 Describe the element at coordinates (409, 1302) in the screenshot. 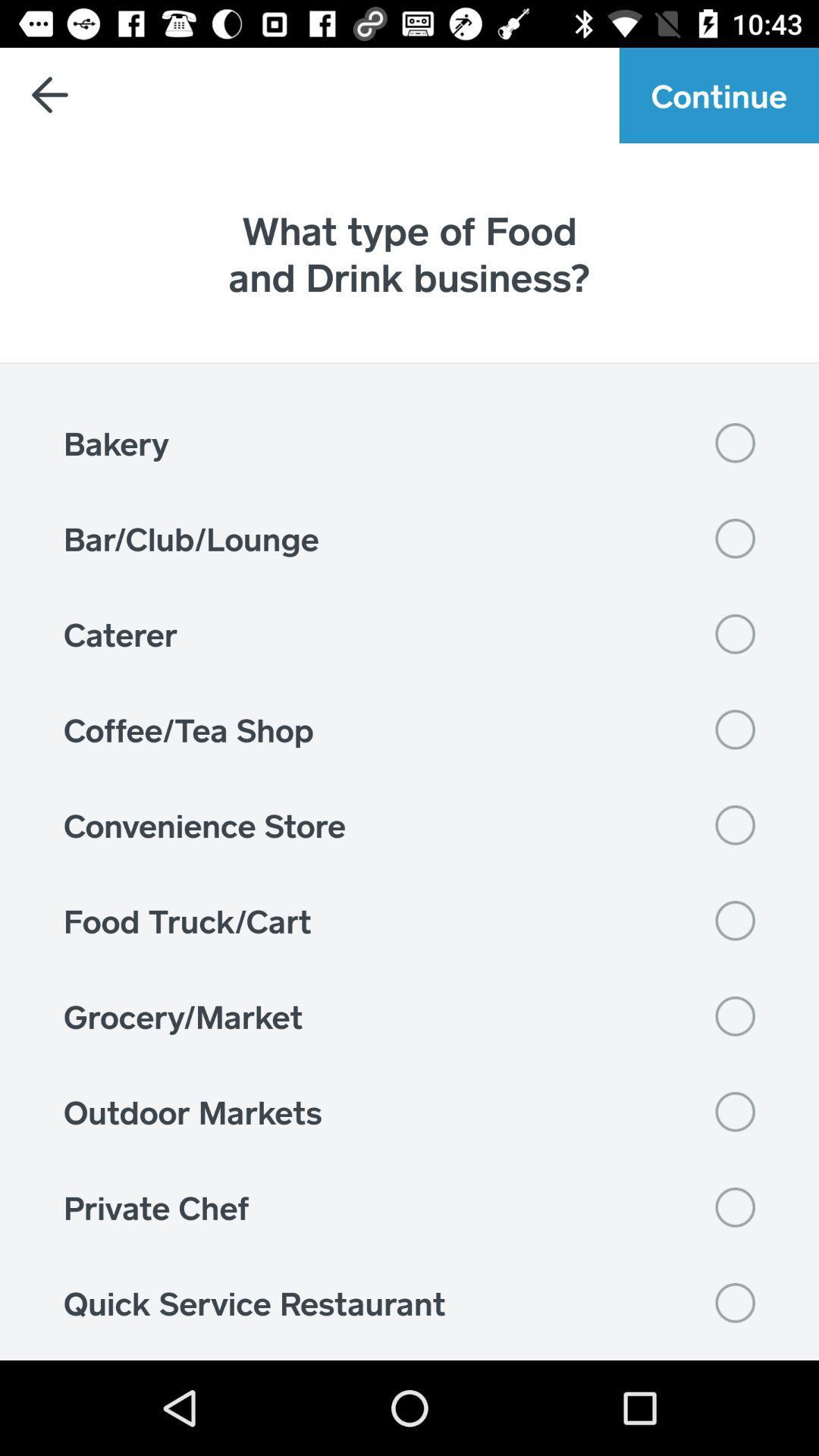

I see `icon above sit-down restaurant` at that location.